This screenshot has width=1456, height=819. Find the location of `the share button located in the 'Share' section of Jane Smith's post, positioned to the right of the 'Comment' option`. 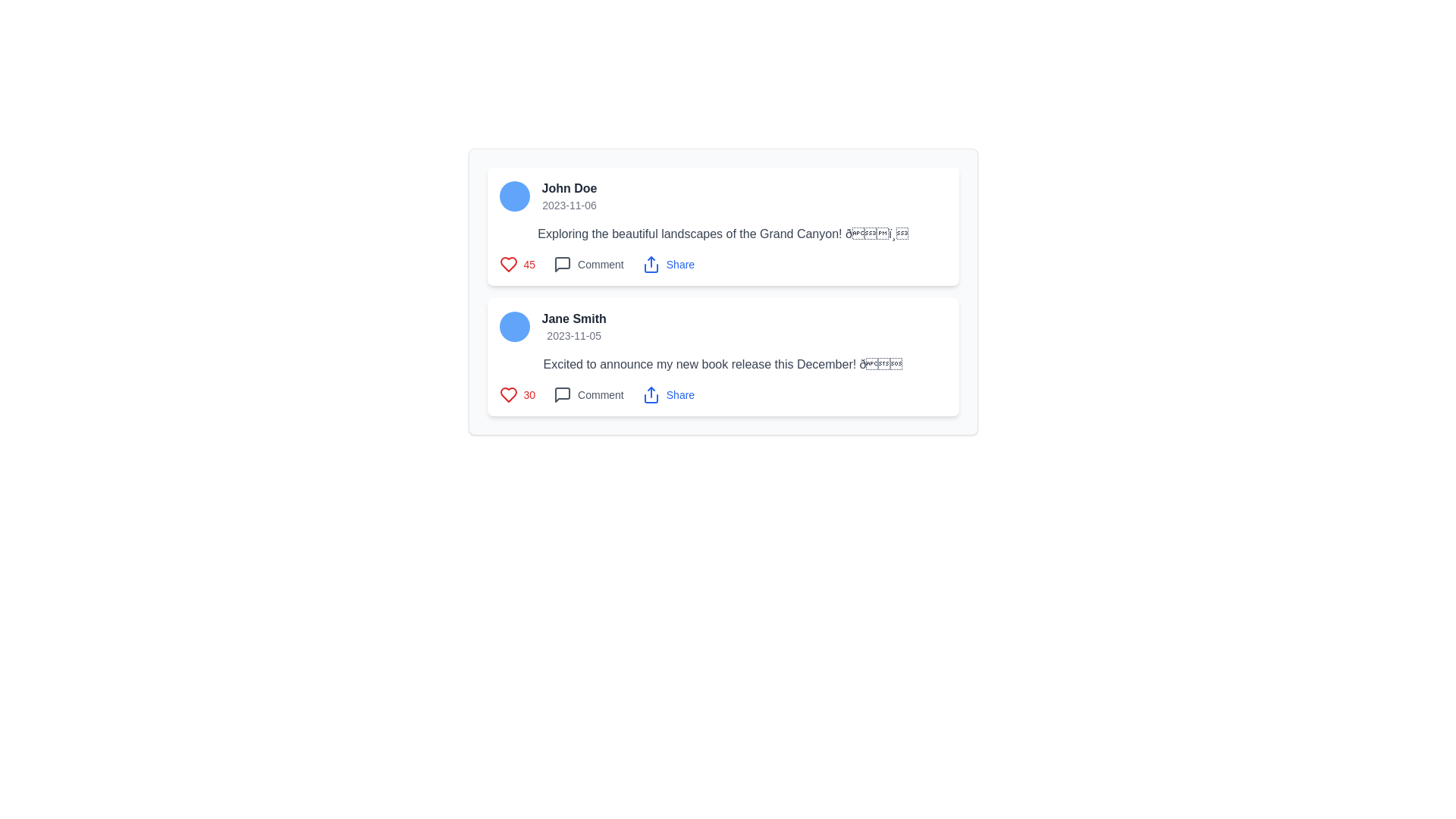

the share button located in the 'Share' section of Jane Smith's post, positioned to the right of the 'Comment' option is located at coordinates (651, 394).